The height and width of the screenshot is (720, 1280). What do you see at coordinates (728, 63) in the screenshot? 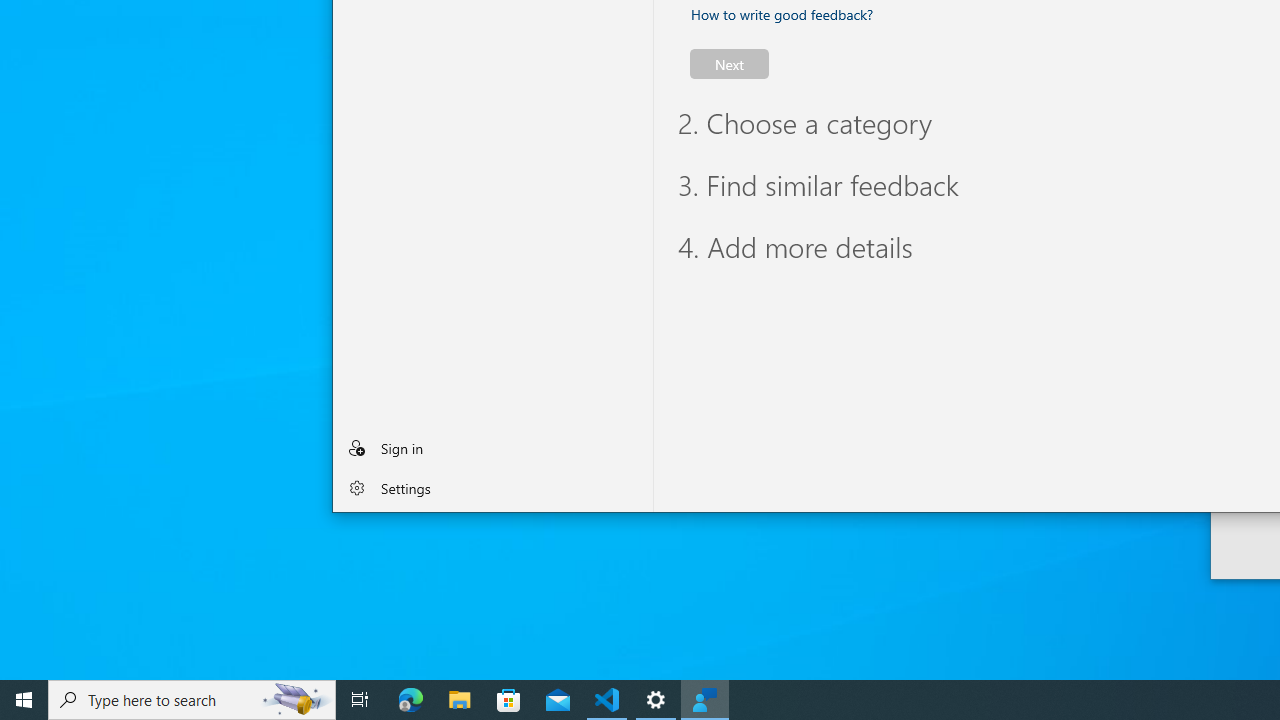
I see `'Next'` at bounding box center [728, 63].